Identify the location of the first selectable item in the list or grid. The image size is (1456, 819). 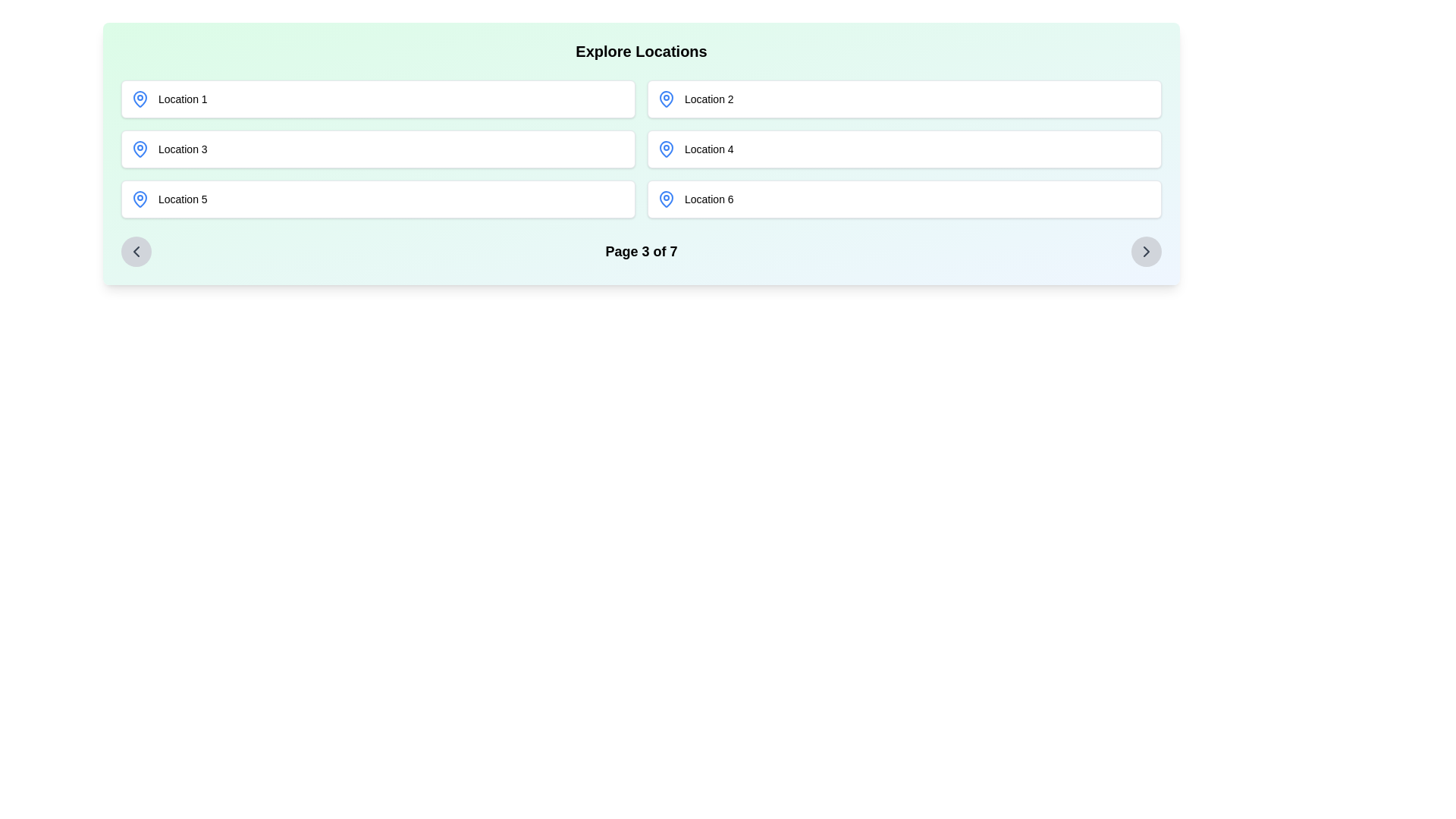
(378, 99).